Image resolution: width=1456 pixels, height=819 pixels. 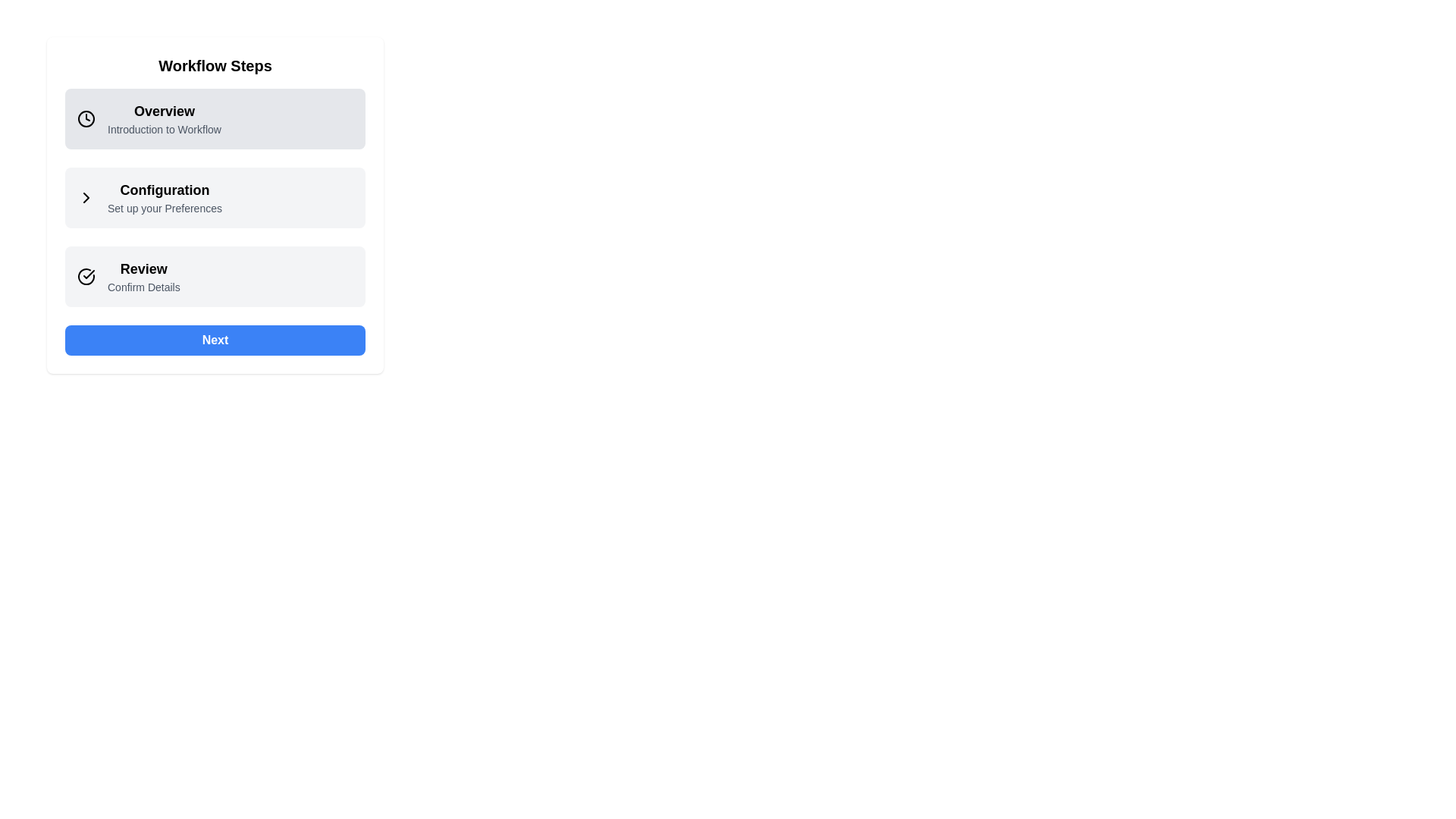 What do you see at coordinates (143, 277) in the screenshot?
I see `the 'Review' text display element, which is the third entry in the 'Workflow Steps' list` at bounding box center [143, 277].